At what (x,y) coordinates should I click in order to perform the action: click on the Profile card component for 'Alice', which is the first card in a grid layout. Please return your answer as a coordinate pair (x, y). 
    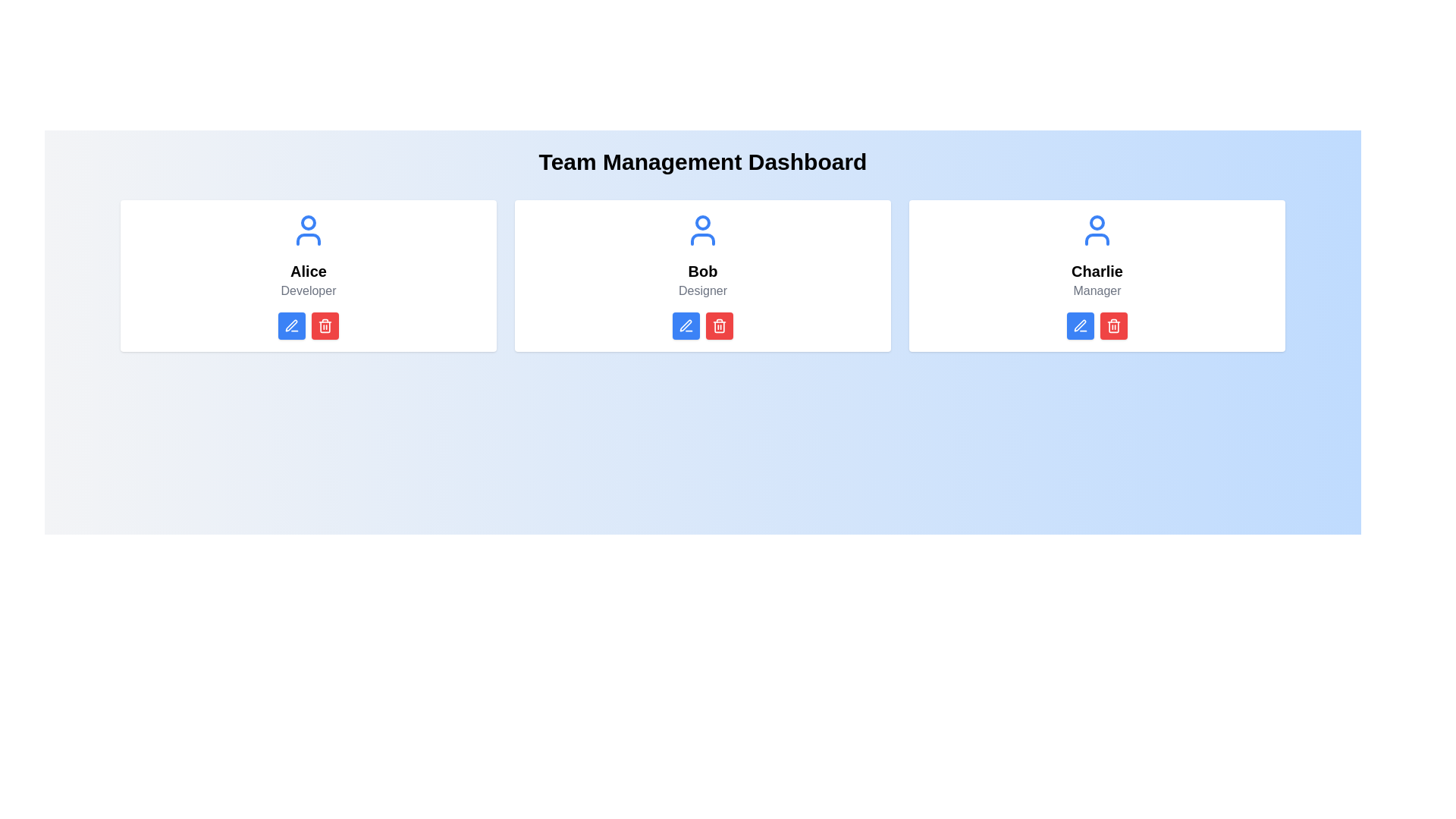
    Looking at the image, I should click on (308, 275).